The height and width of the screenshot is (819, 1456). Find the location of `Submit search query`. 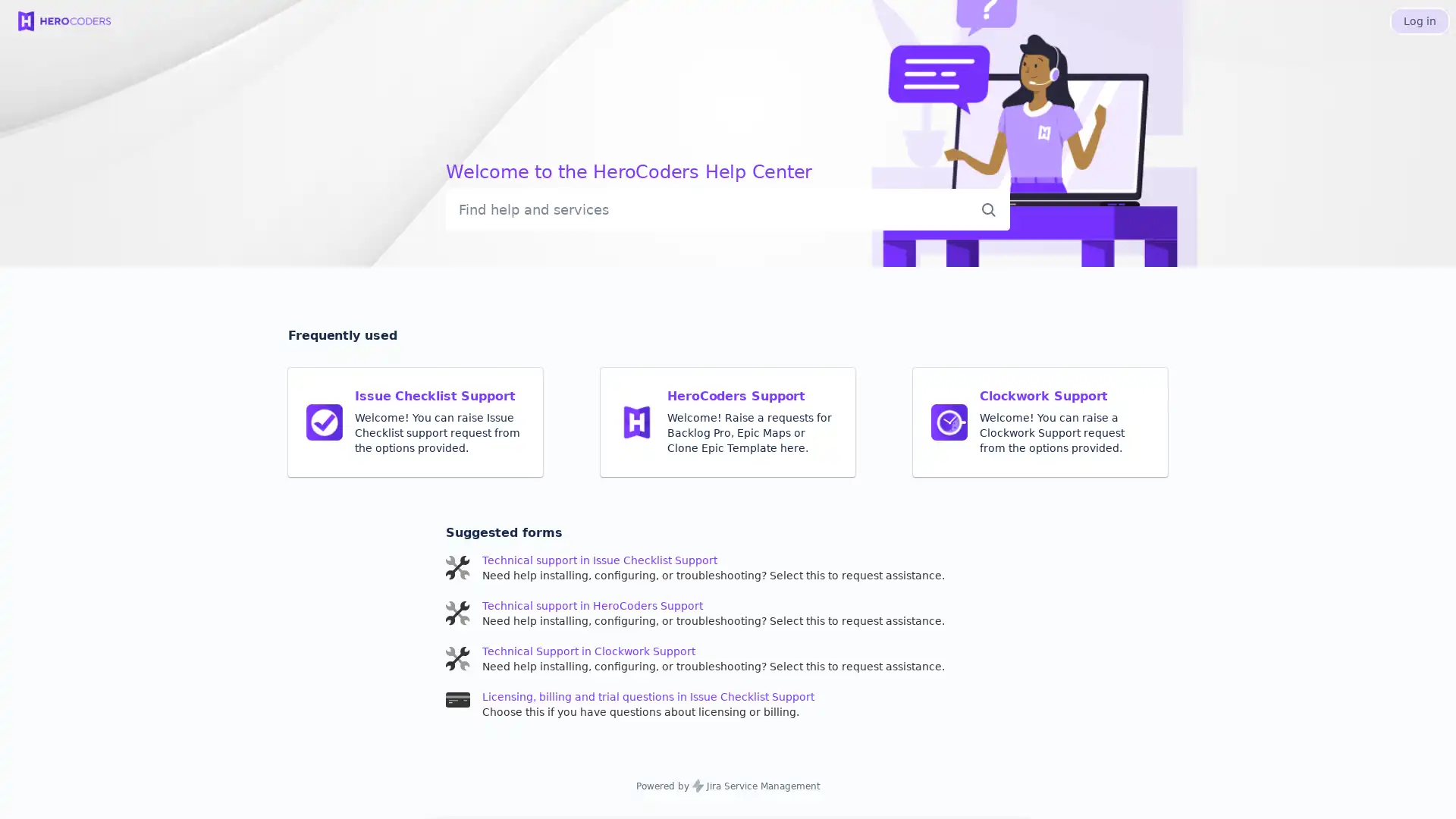

Submit search query is located at coordinates (989, 209).